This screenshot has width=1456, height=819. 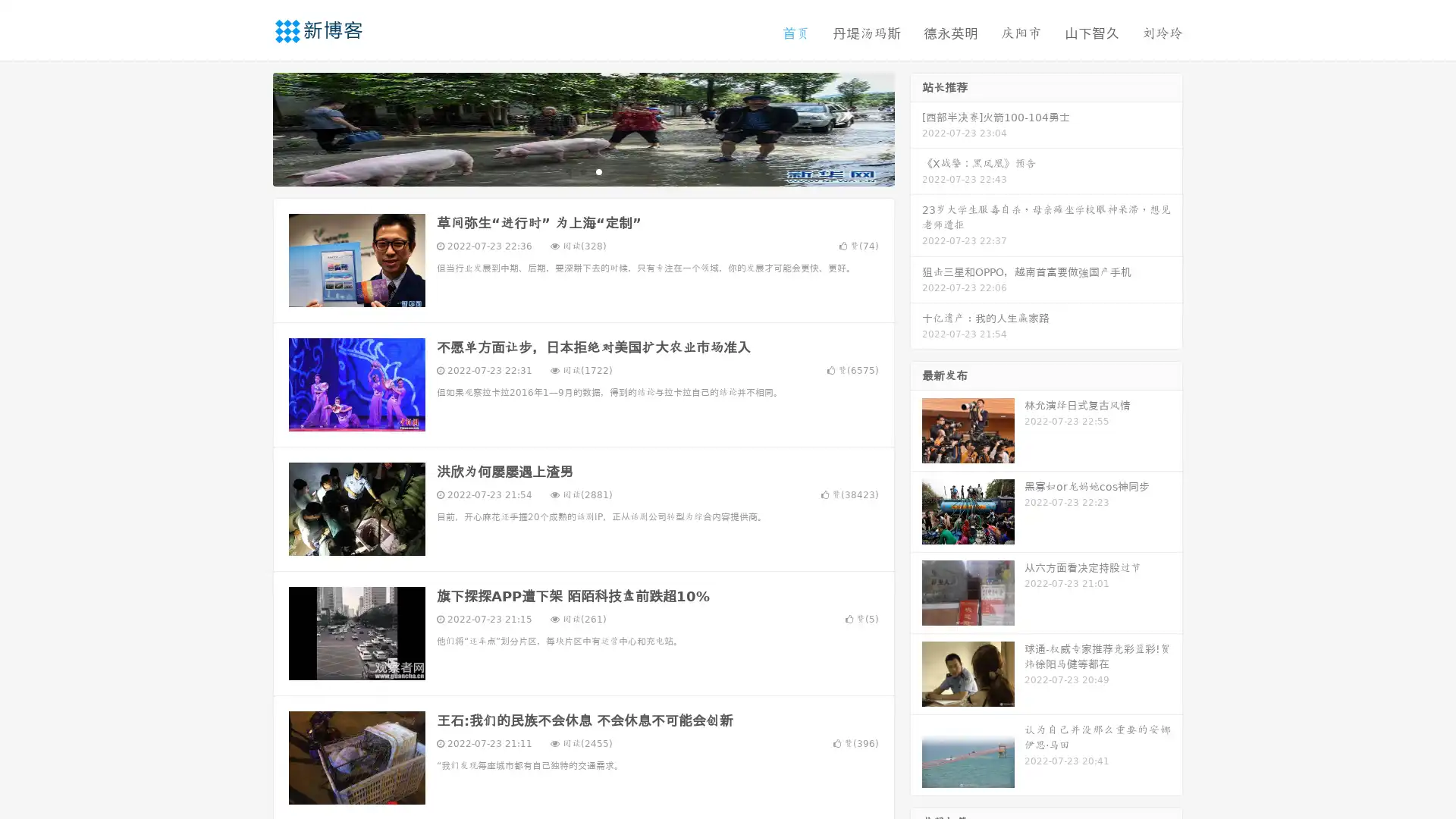 What do you see at coordinates (916, 127) in the screenshot?
I see `Next slide` at bounding box center [916, 127].